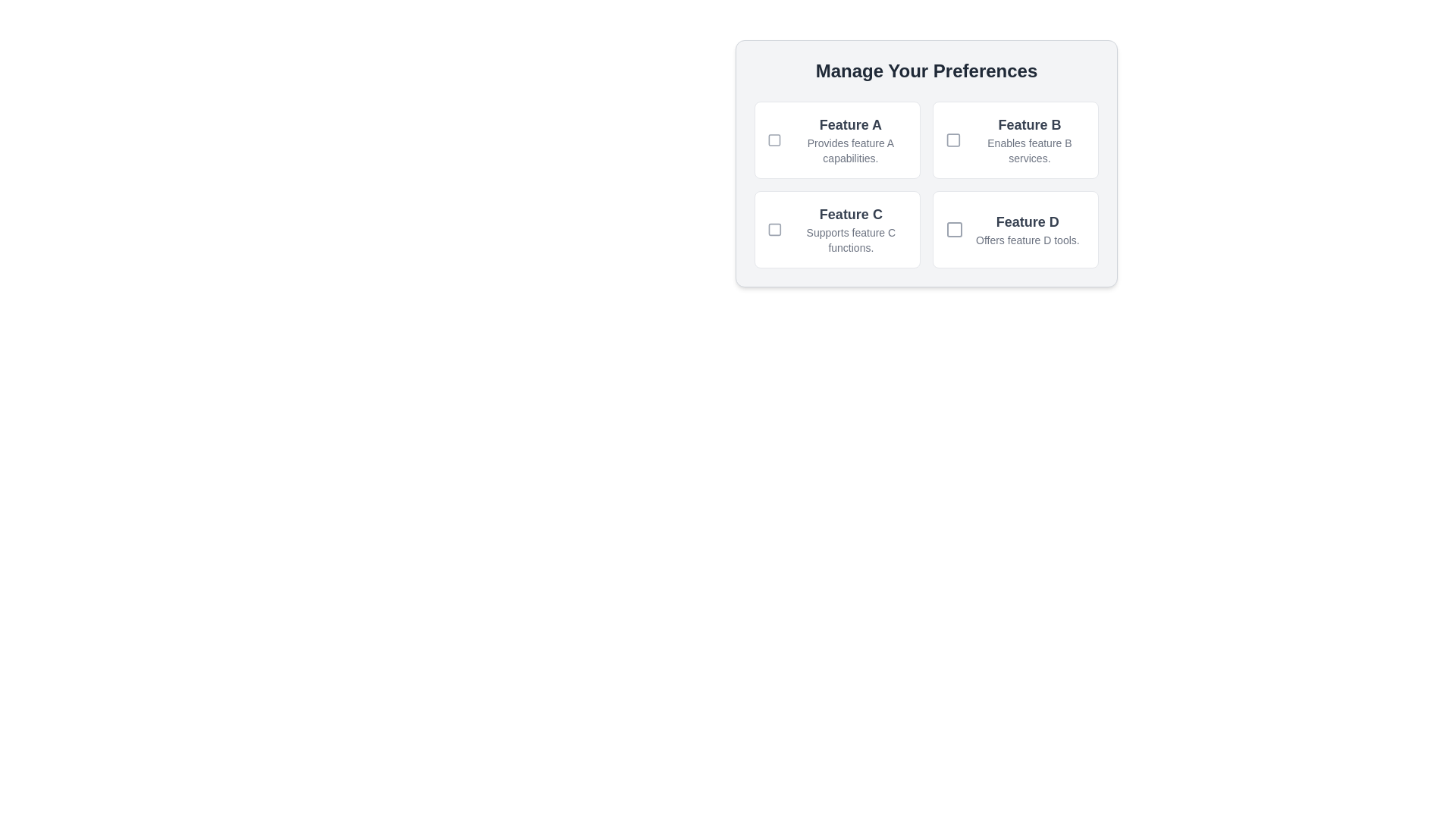  I want to click on informational text block for 'Feature C' located in the bottom left area of the 'Manage Your Preferences' section, so click(851, 230).